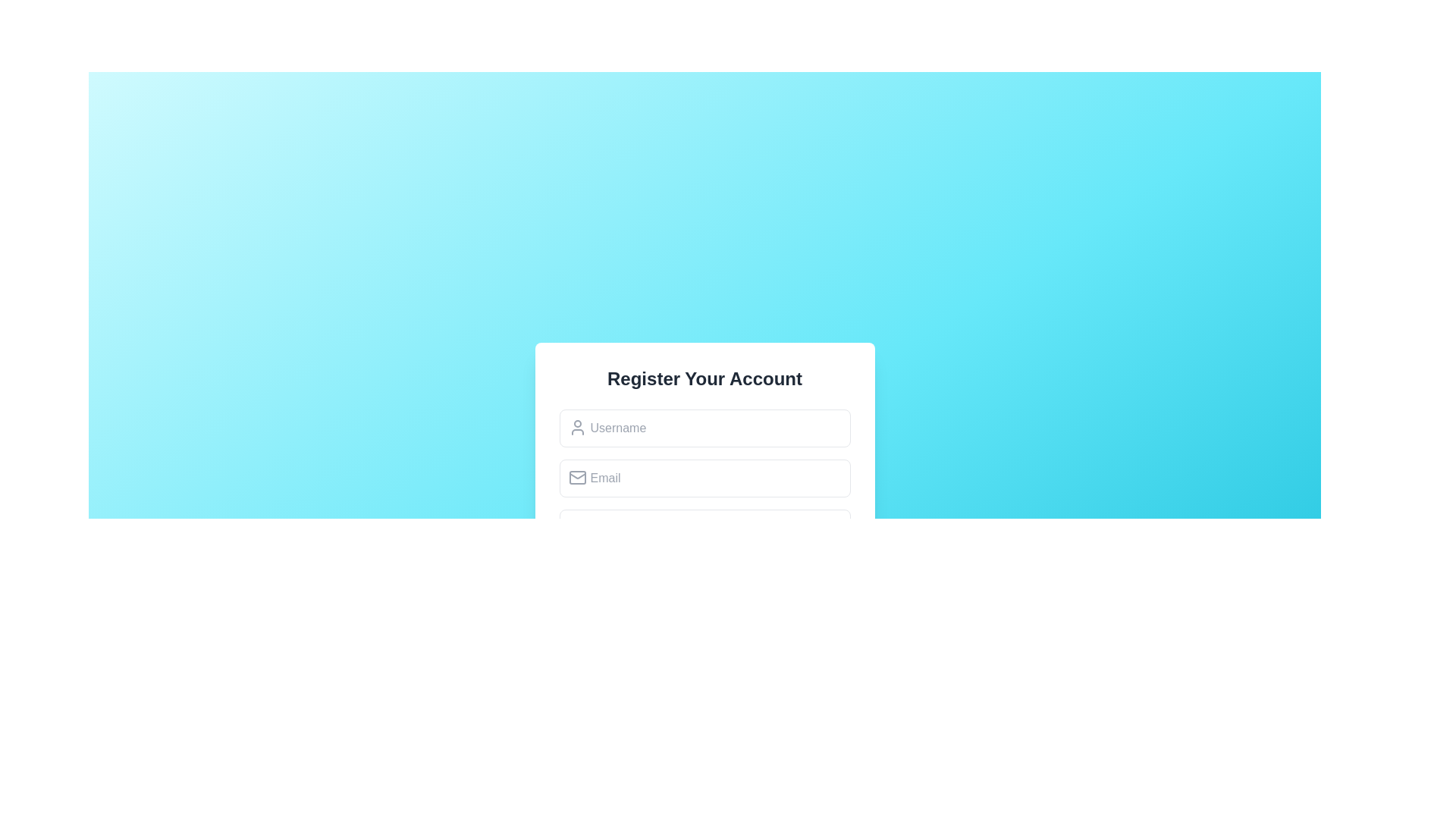 The height and width of the screenshot is (819, 1456). I want to click on the rectangular component of the 'mail' icon group, which serves as the base of the envelope shape located under the 'Register Your Account' header, aligned with the 'Email' text field, so click(576, 476).